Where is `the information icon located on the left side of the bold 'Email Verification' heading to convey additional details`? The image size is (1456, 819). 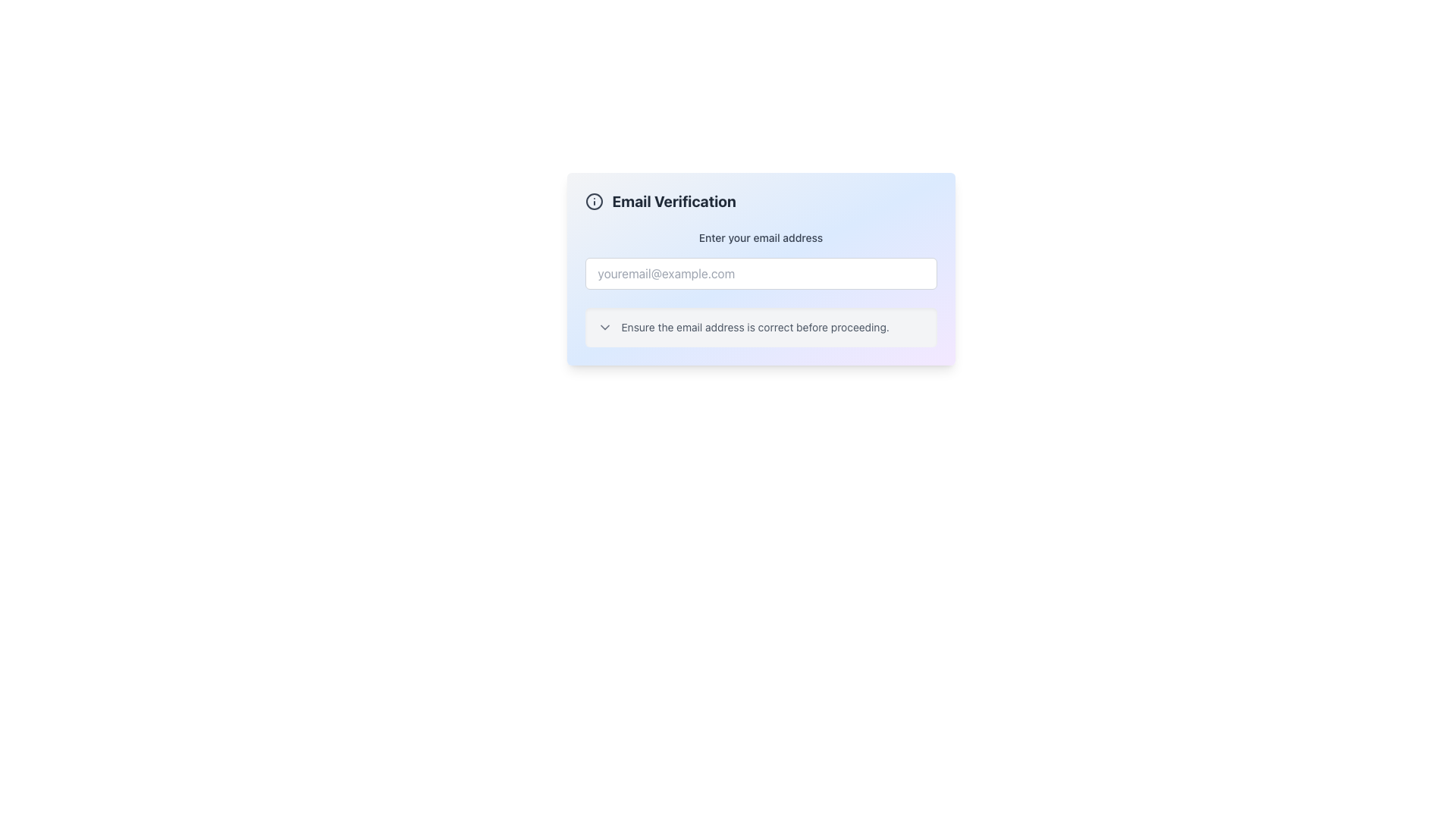 the information icon located on the left side of the bold 'Email Verification' heading to convey additional details is located at coordinates (593, 201).